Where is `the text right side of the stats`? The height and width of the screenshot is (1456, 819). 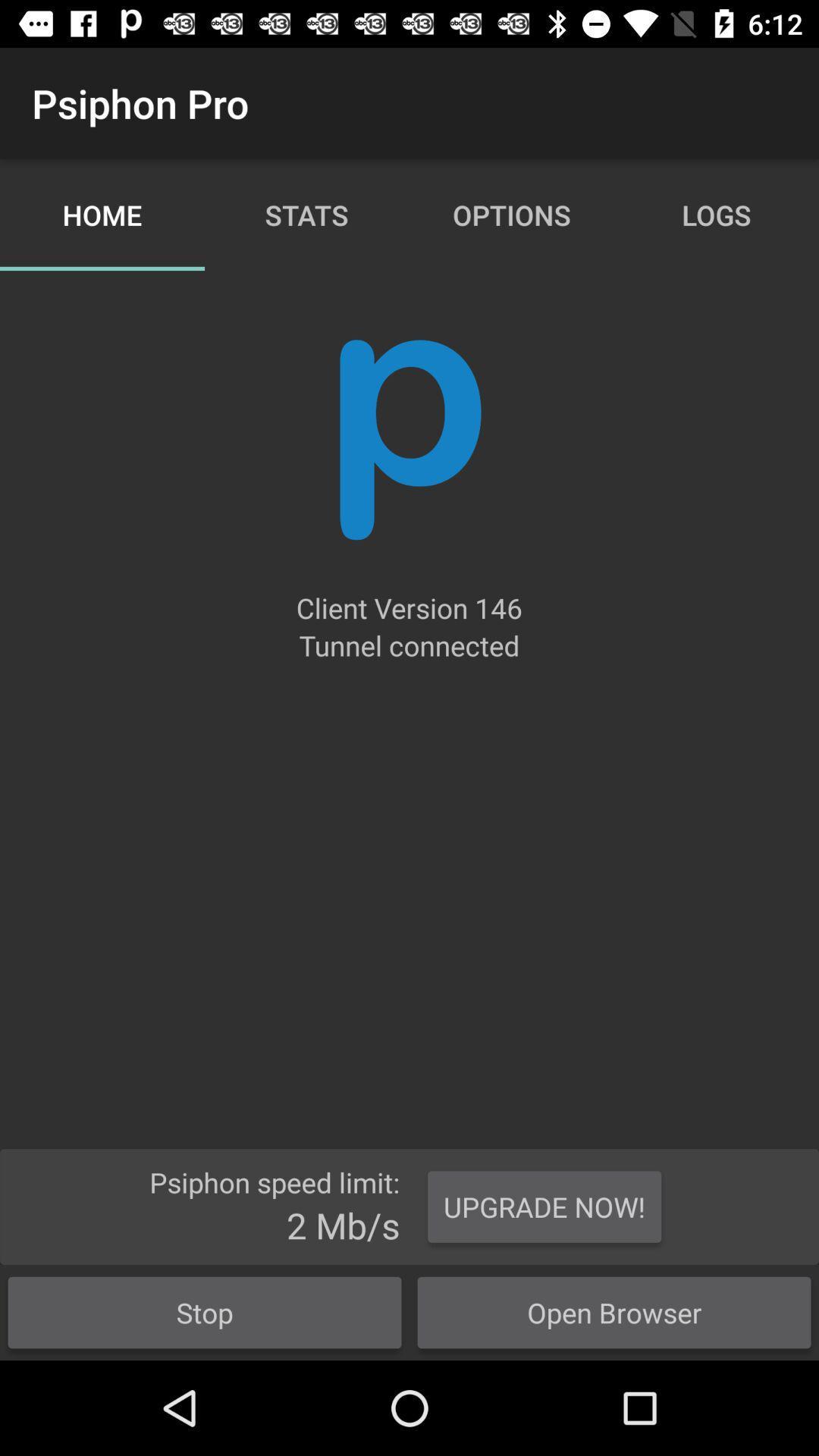 the text right side of the stats is located at coordinates (512, 214).